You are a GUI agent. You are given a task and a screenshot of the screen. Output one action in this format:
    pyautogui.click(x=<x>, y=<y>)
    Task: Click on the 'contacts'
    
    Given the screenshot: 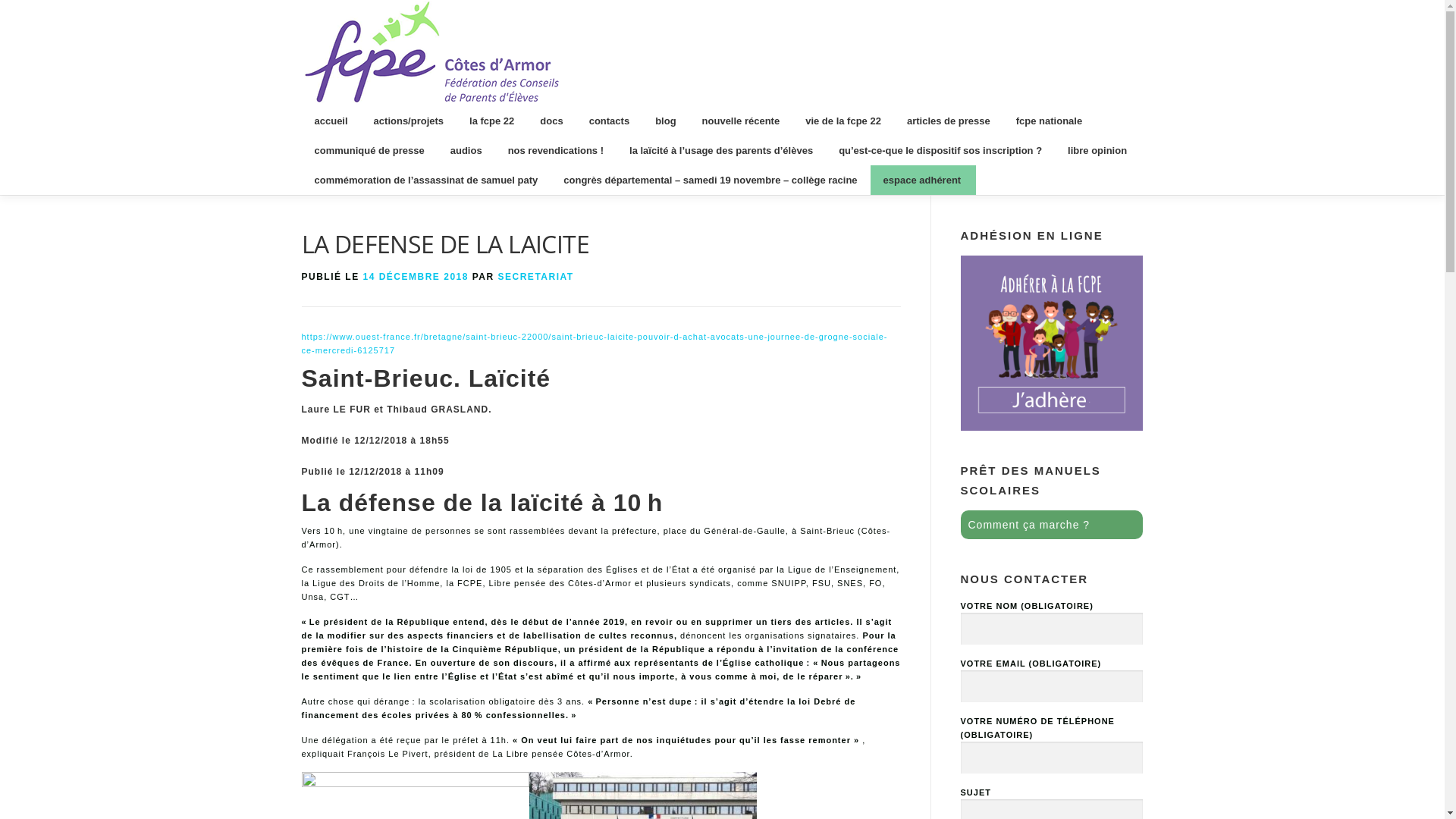 What is the action you would take?
    pyautogui.click(x=609, y=120)
    